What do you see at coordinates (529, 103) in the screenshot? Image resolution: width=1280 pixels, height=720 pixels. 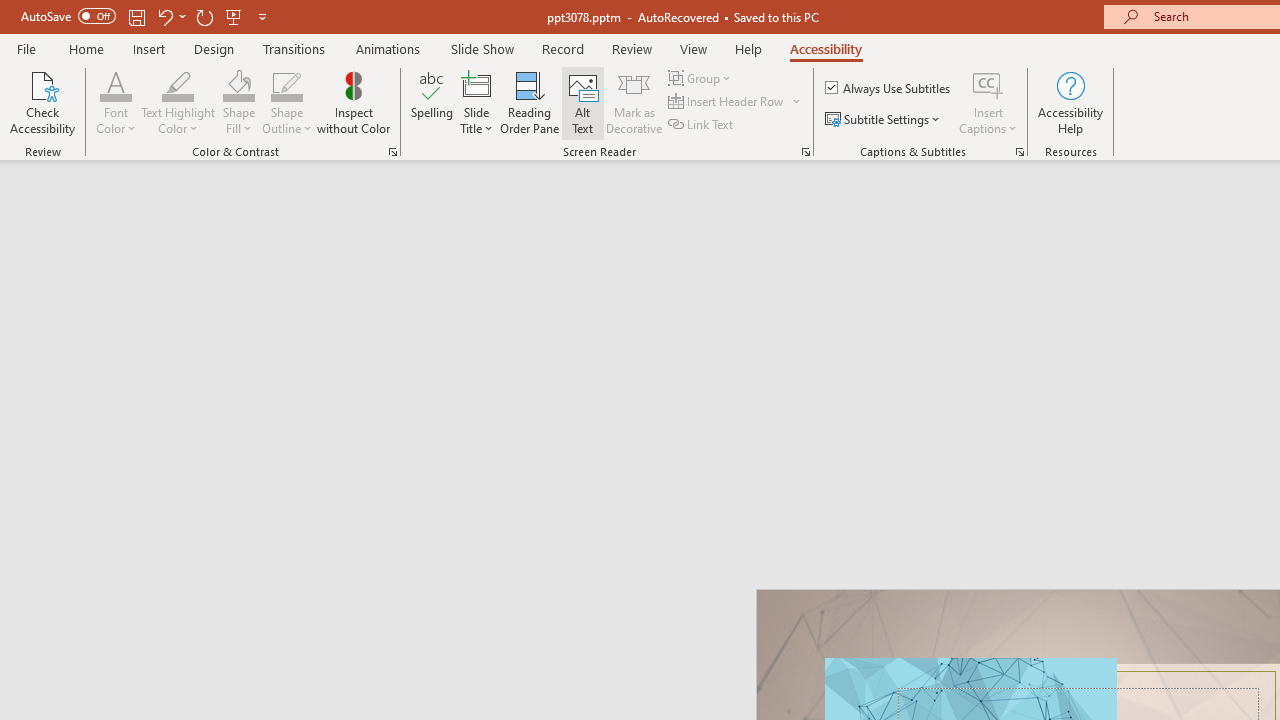 I see `'Reading Order Pane'` at bounding box center [529, 103].